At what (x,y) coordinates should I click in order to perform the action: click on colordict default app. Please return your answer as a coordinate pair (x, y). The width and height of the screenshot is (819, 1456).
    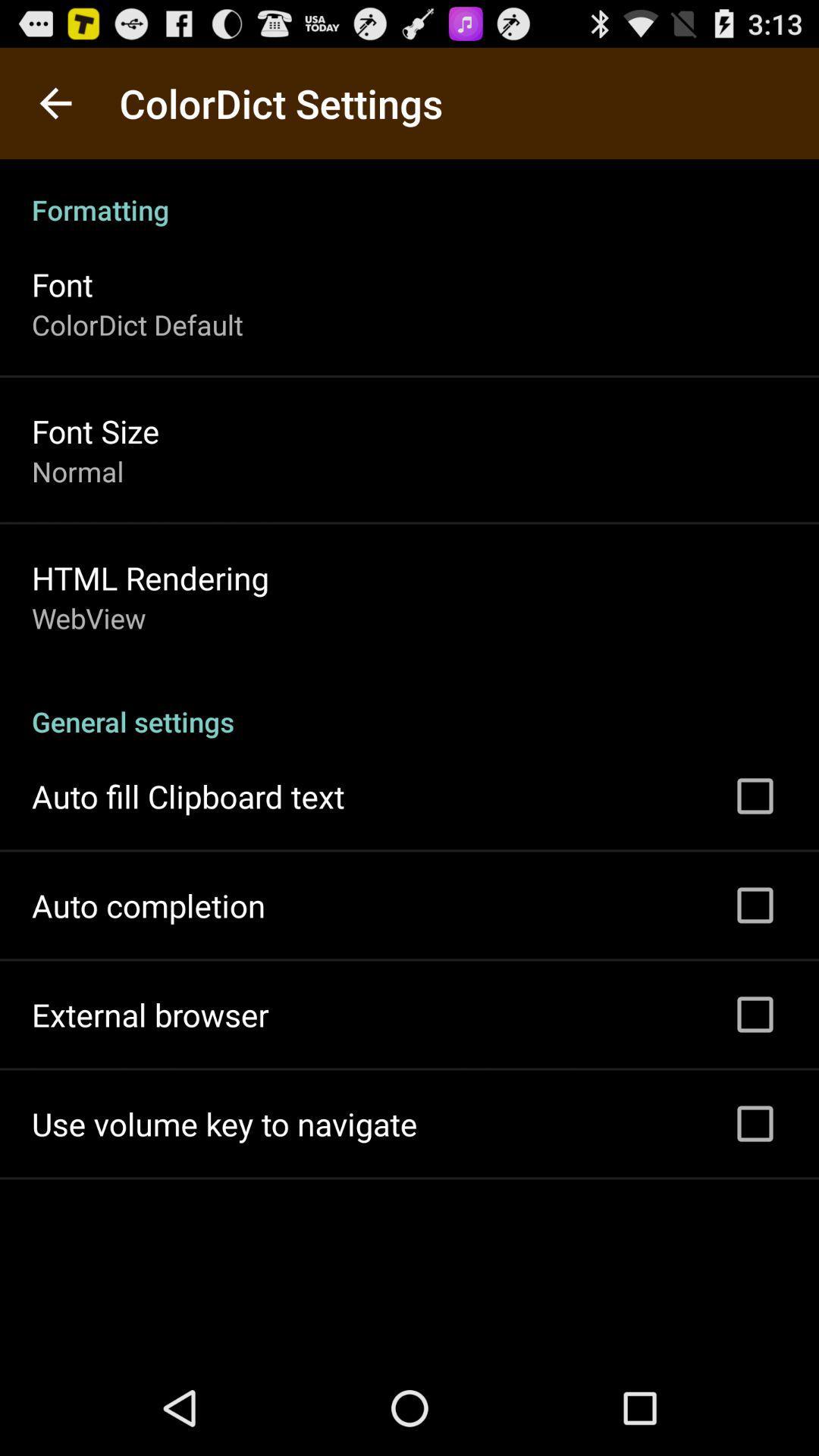
    Looking at the image, I should click on (137, 324).